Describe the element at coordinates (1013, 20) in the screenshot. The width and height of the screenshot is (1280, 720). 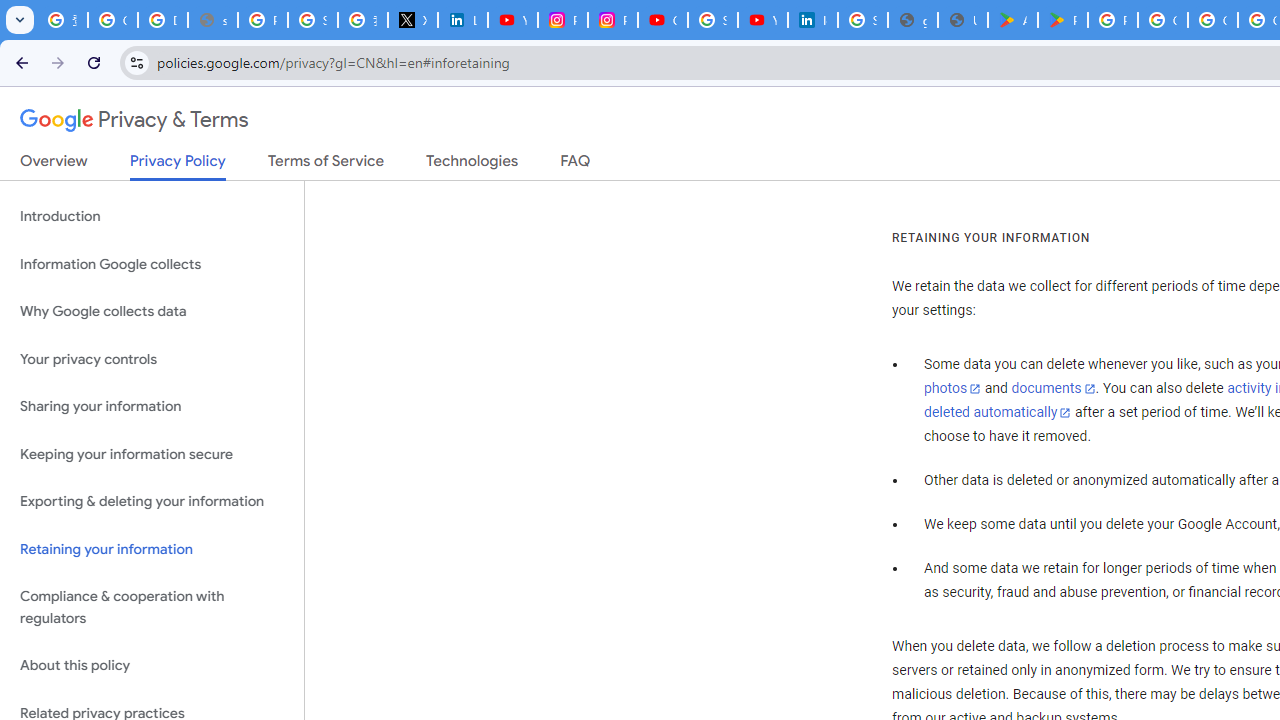
I see `'Android Apps on Google Play'` at that location.